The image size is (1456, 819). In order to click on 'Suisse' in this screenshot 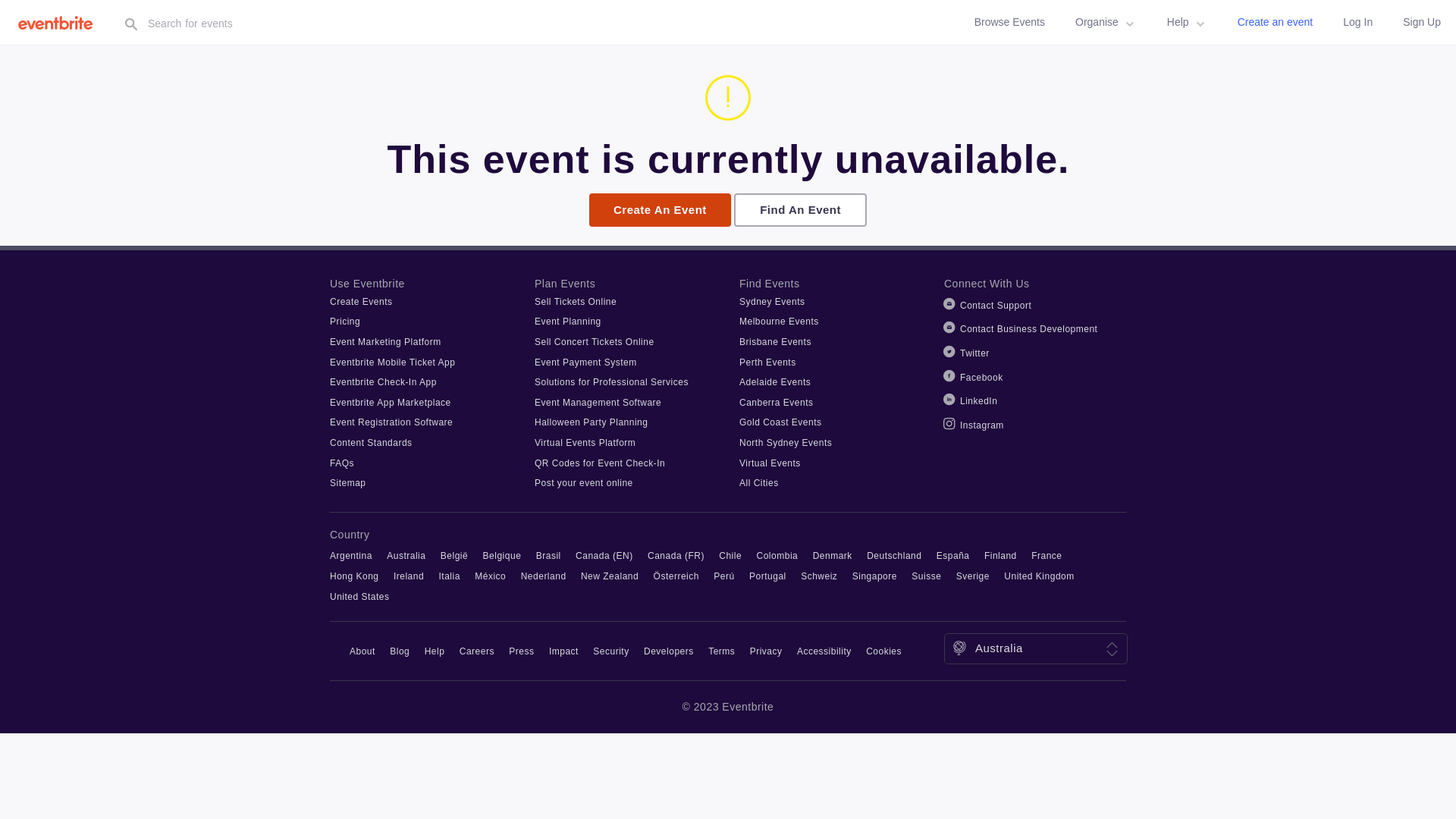, I will do `click(925, 576)`.